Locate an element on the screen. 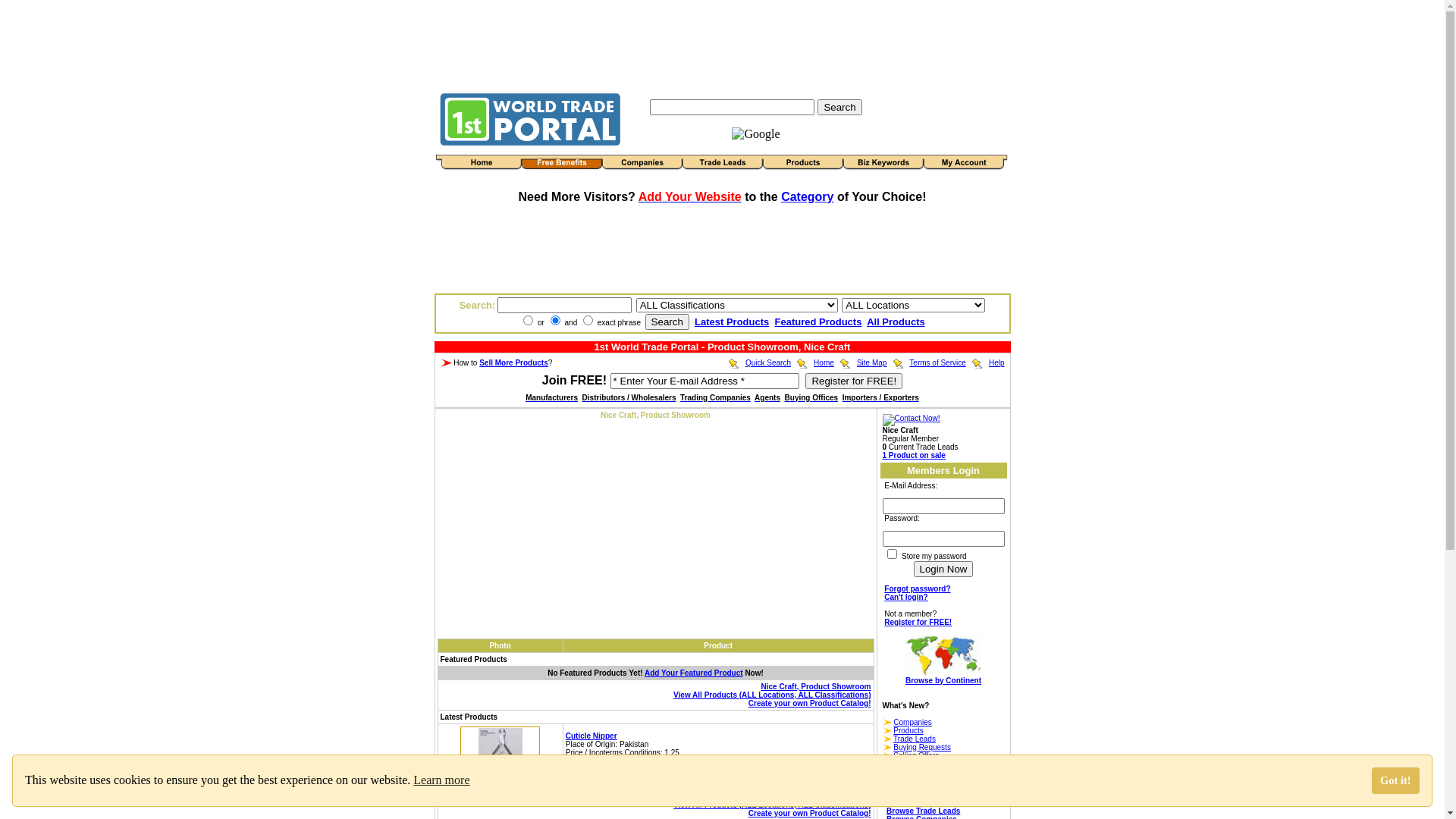 Image resolution: width=1456 pixels, height=819 pixels. 'Trading Companies' is located at coordinates (714, 397).